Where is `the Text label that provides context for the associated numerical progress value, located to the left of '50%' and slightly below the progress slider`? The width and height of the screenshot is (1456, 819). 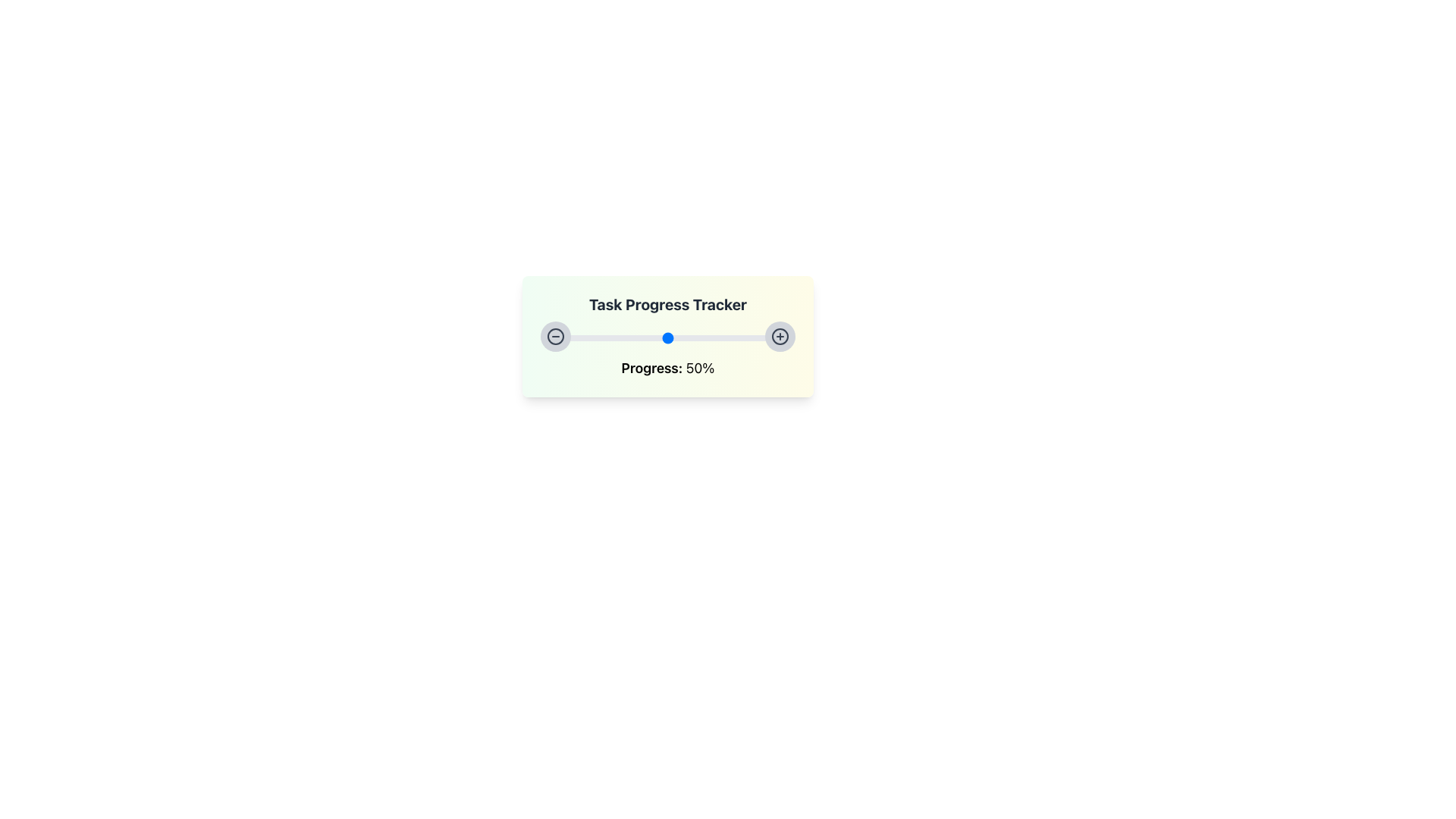 the Text label that provides context for the associated numerical progress value, located to the left of '50%' and slightly below the progress slider is located at coordinates (651, 368).